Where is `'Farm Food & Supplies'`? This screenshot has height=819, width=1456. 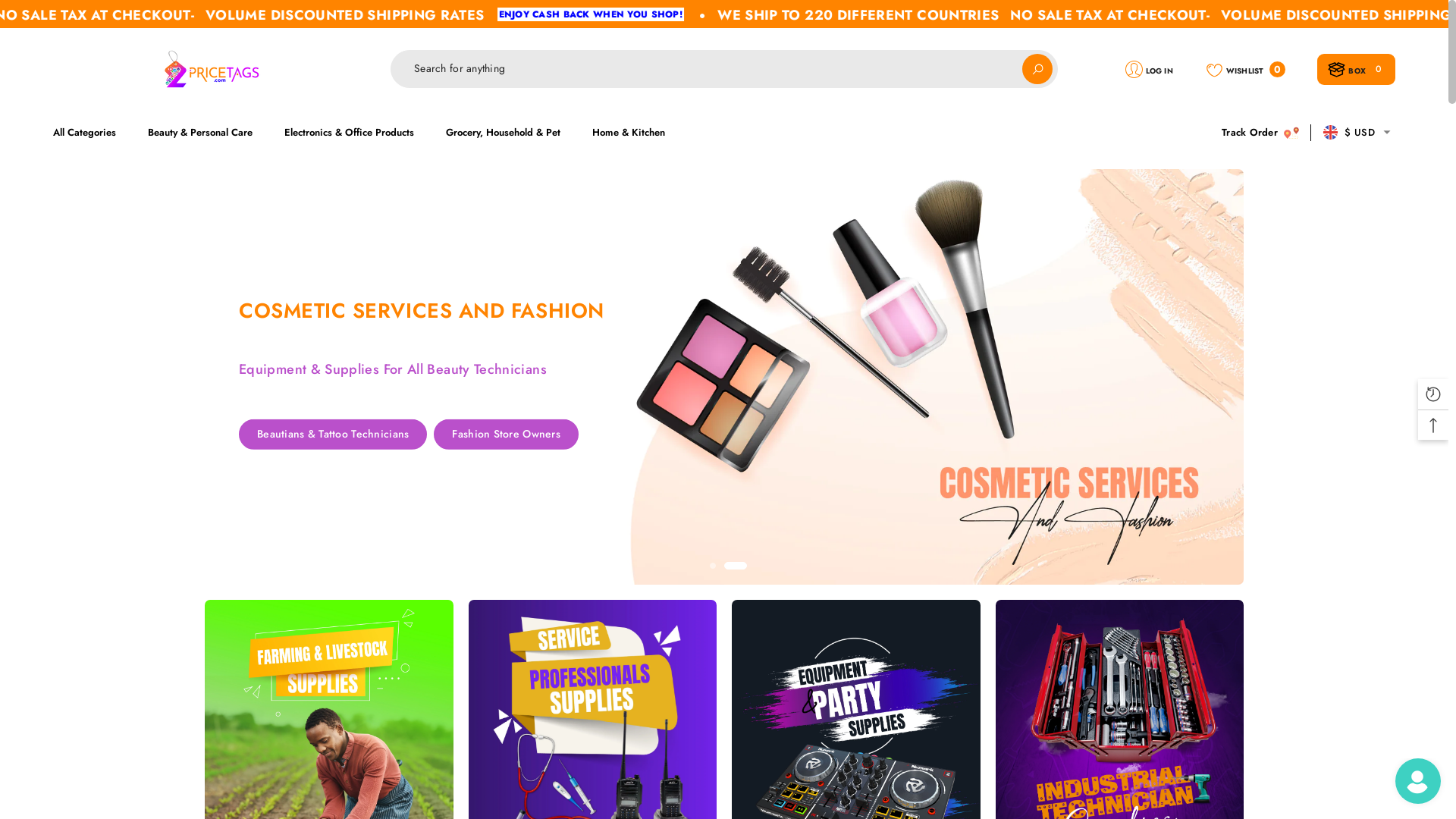
'Farm Food & Supplies' is located at coordinates (457, 435).